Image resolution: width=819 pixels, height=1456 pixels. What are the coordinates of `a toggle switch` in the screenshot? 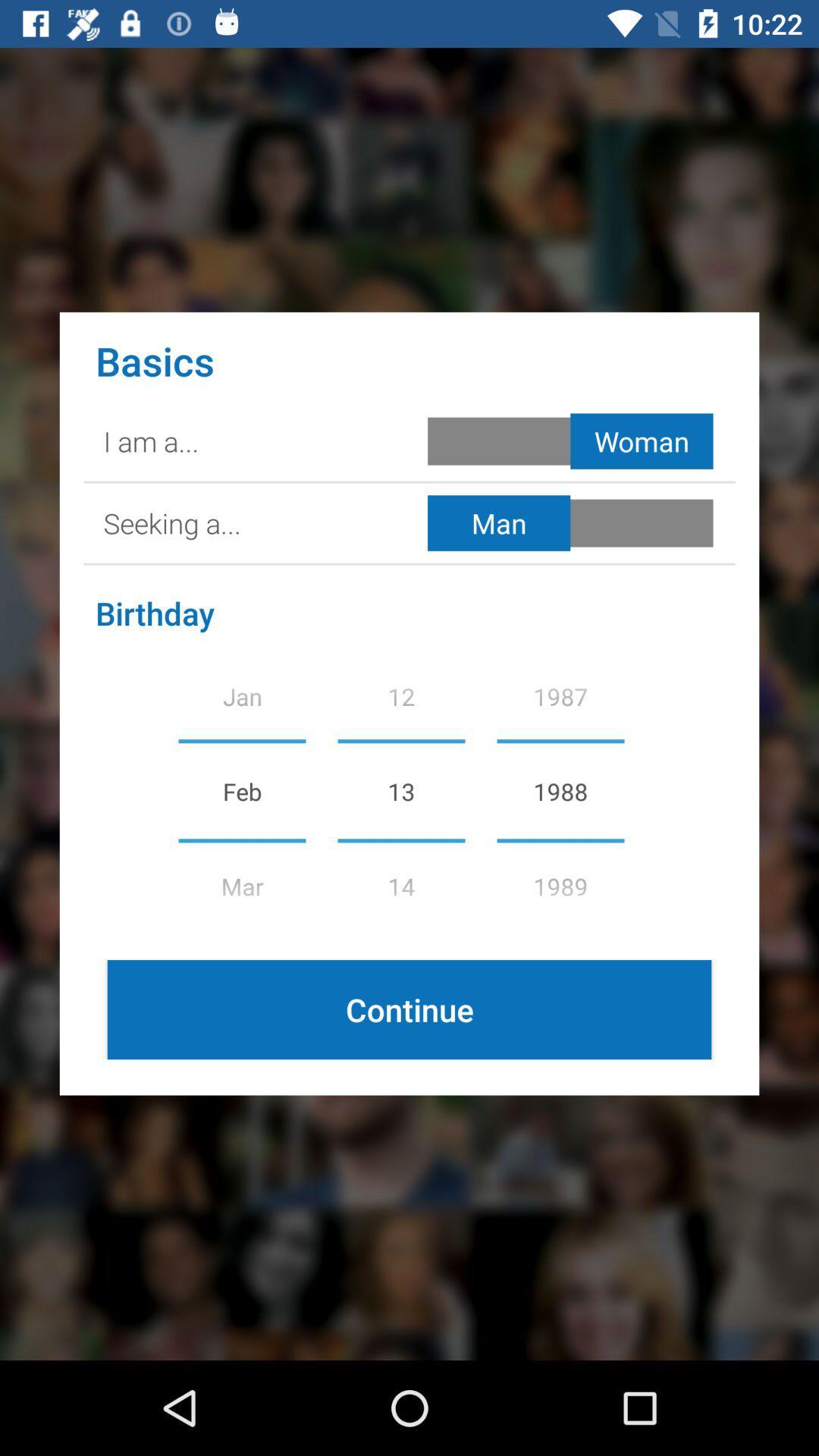 It's located at (573, 523).